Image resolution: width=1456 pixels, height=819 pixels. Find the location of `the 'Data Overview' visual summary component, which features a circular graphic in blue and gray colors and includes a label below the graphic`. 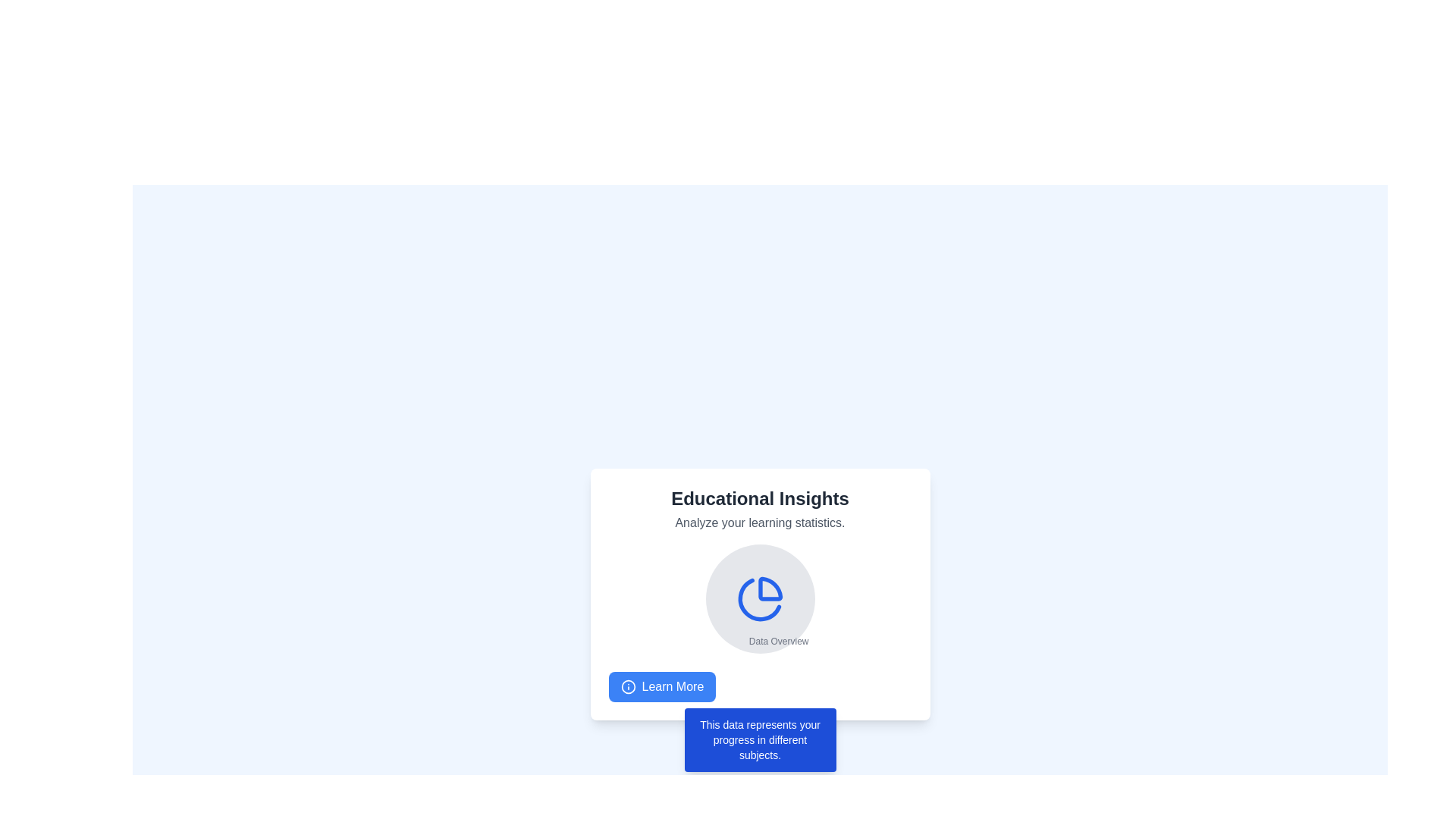

the 'Data Overview' visual summary component, which features a circular graphic in blue and gray colors and includes a label below the graphic is located at coordinates (760, 598).